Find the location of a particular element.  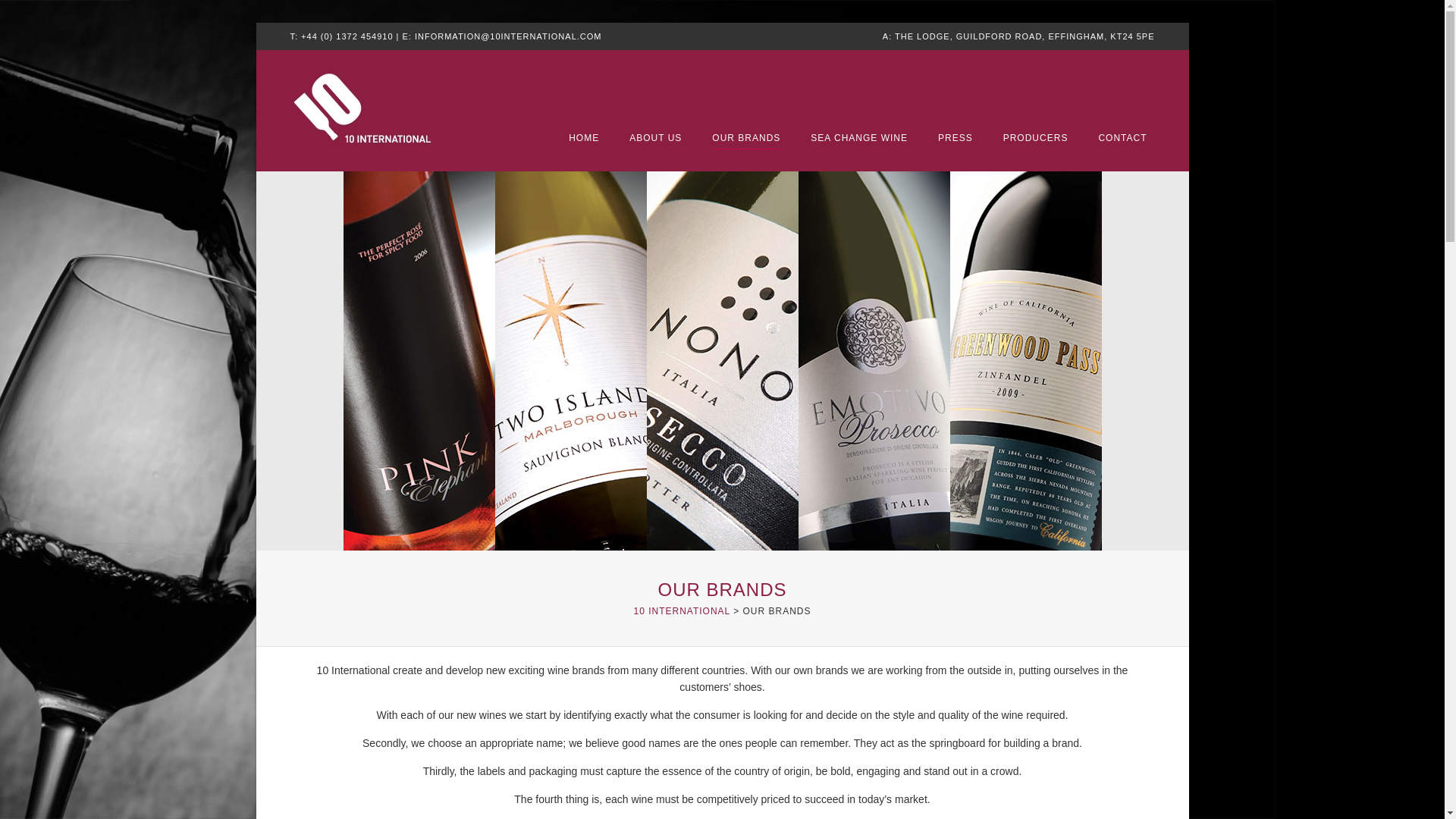

'HOME' is located at coordinates (582, 138).